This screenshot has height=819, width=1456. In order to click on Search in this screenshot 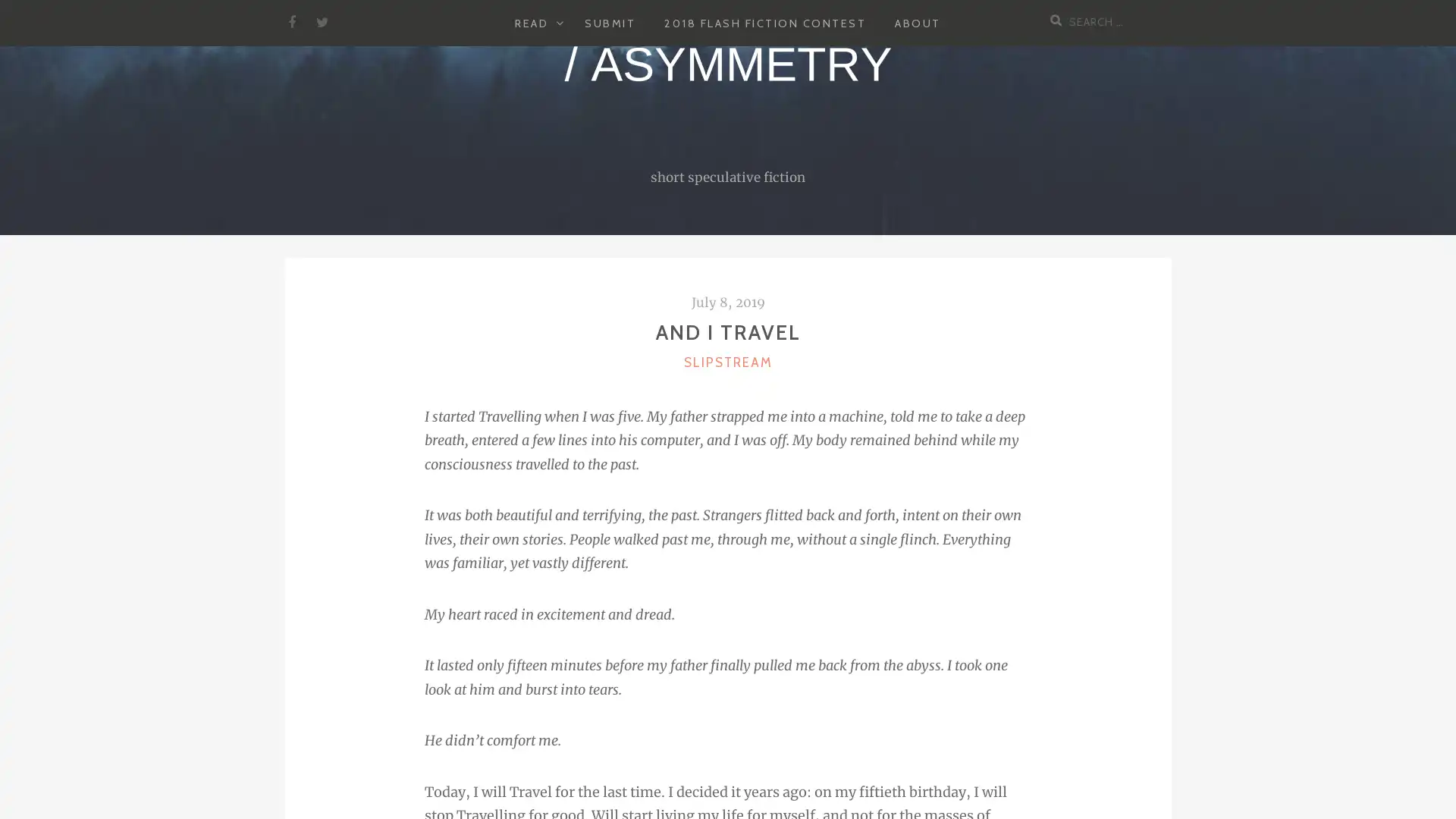, I will do `click(1057, 20)`.